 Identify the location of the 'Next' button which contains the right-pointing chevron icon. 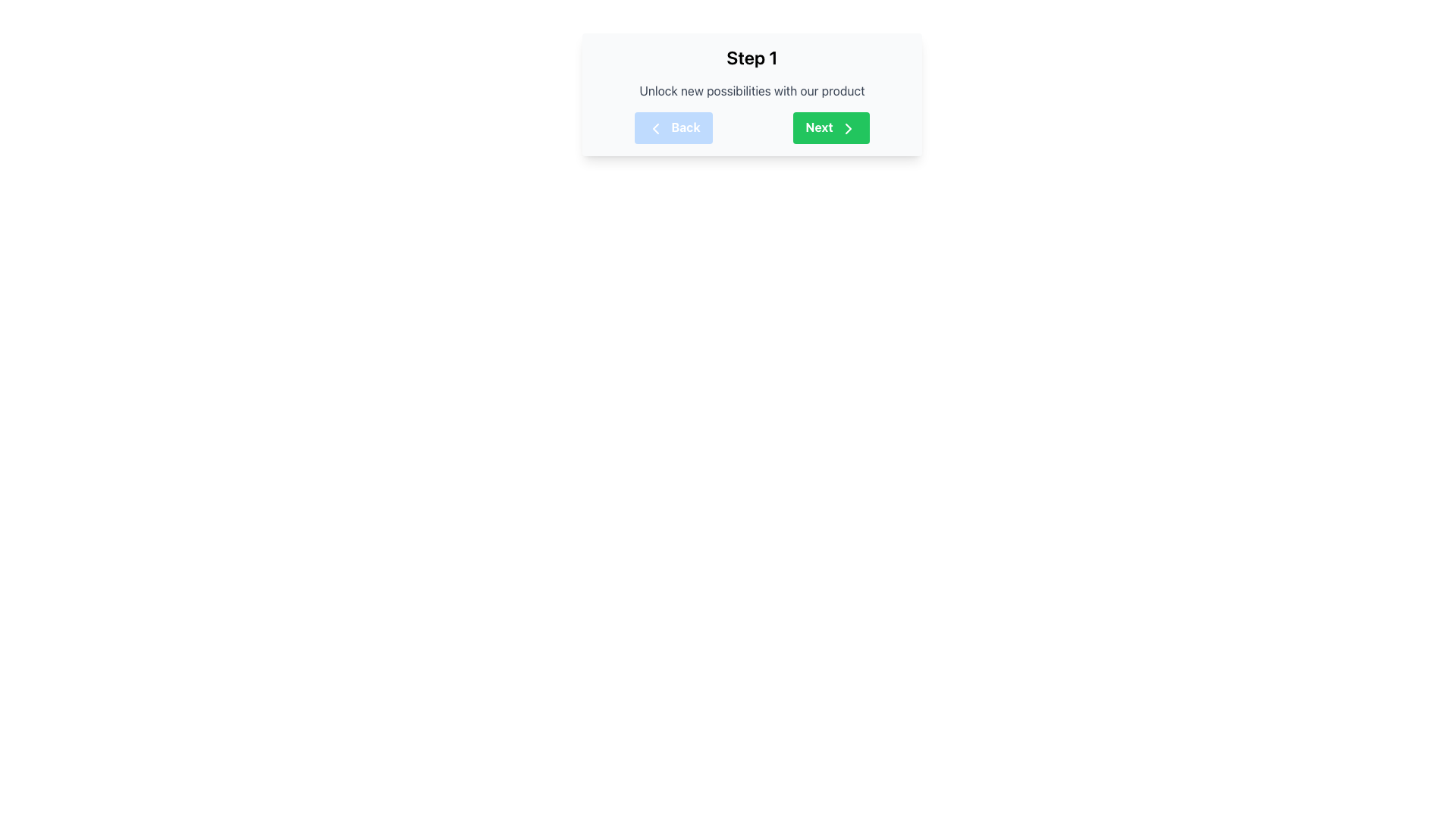
(847, 127).